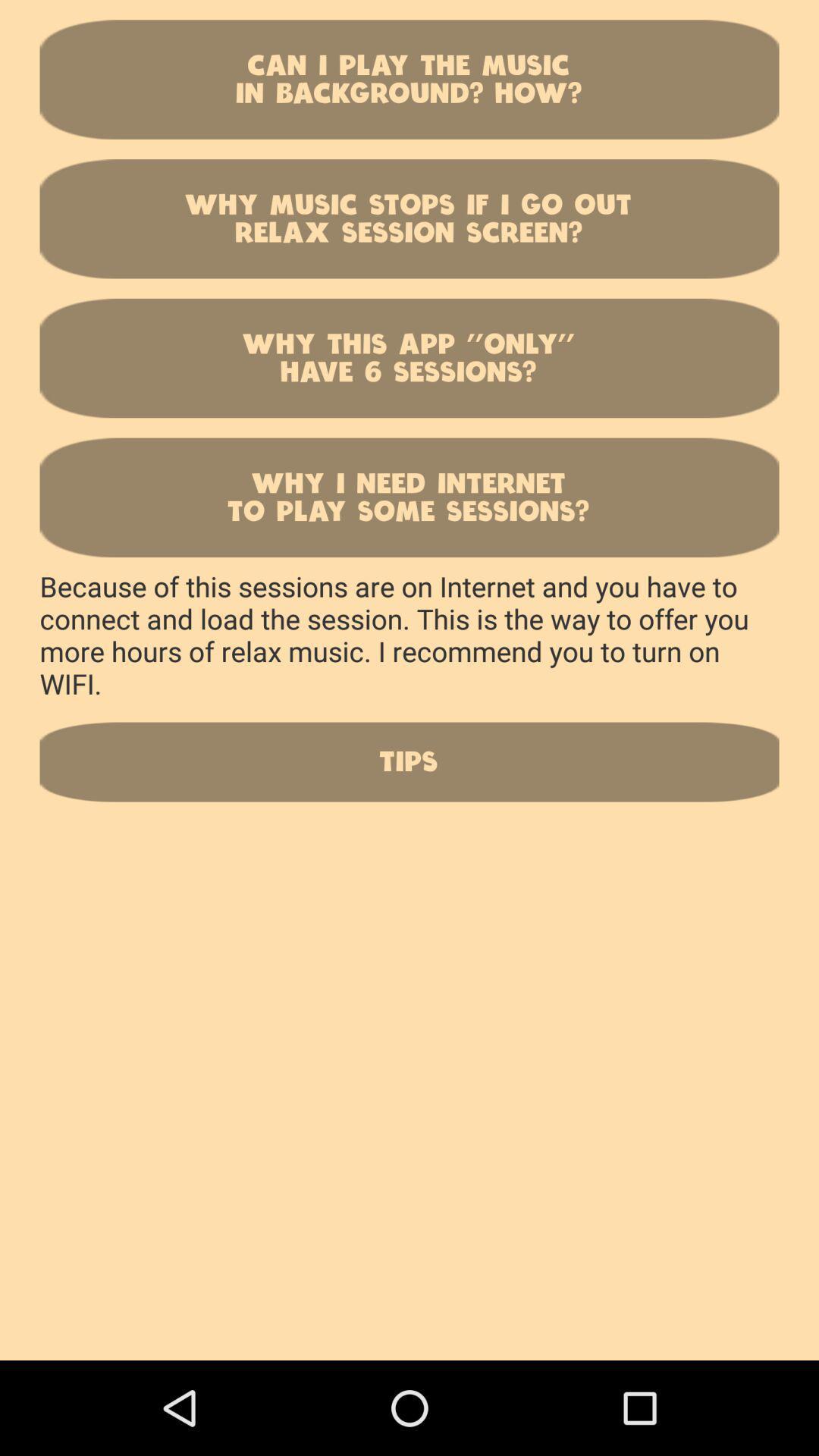  Describe the element at coordinates (409, 761) in the screenshot. I see `the tips` at that location.